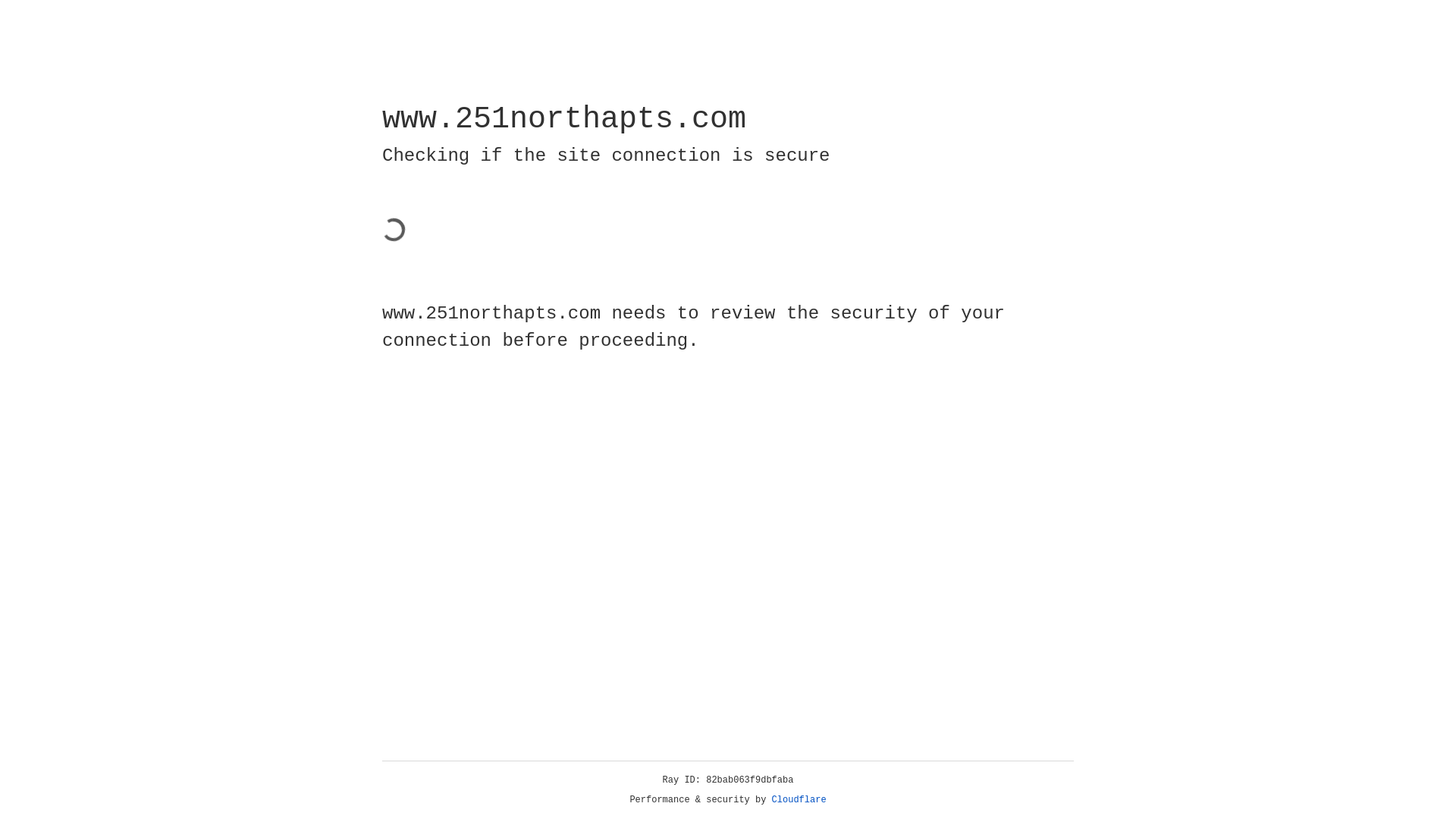 This screenshot has width=1456, height=819. Describe the element at coordinates (799, 799) in the screenshot. I see `'Cloudflare'` at that location.